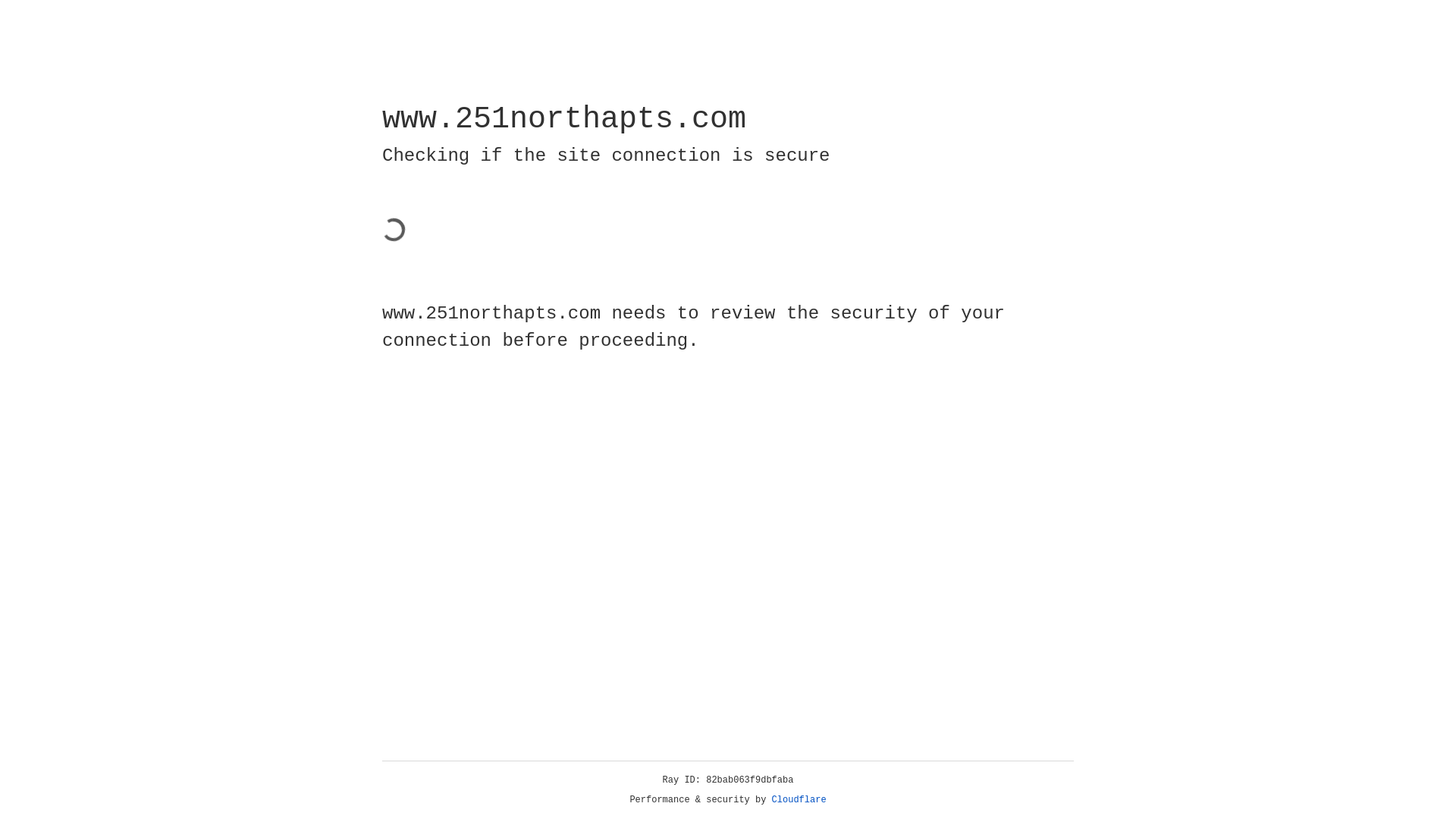 This screenshot has width=1456, height=819. Describe the element at coordinates (799, 799) in the screenshot. I see `'Cloudflare'` at that location.